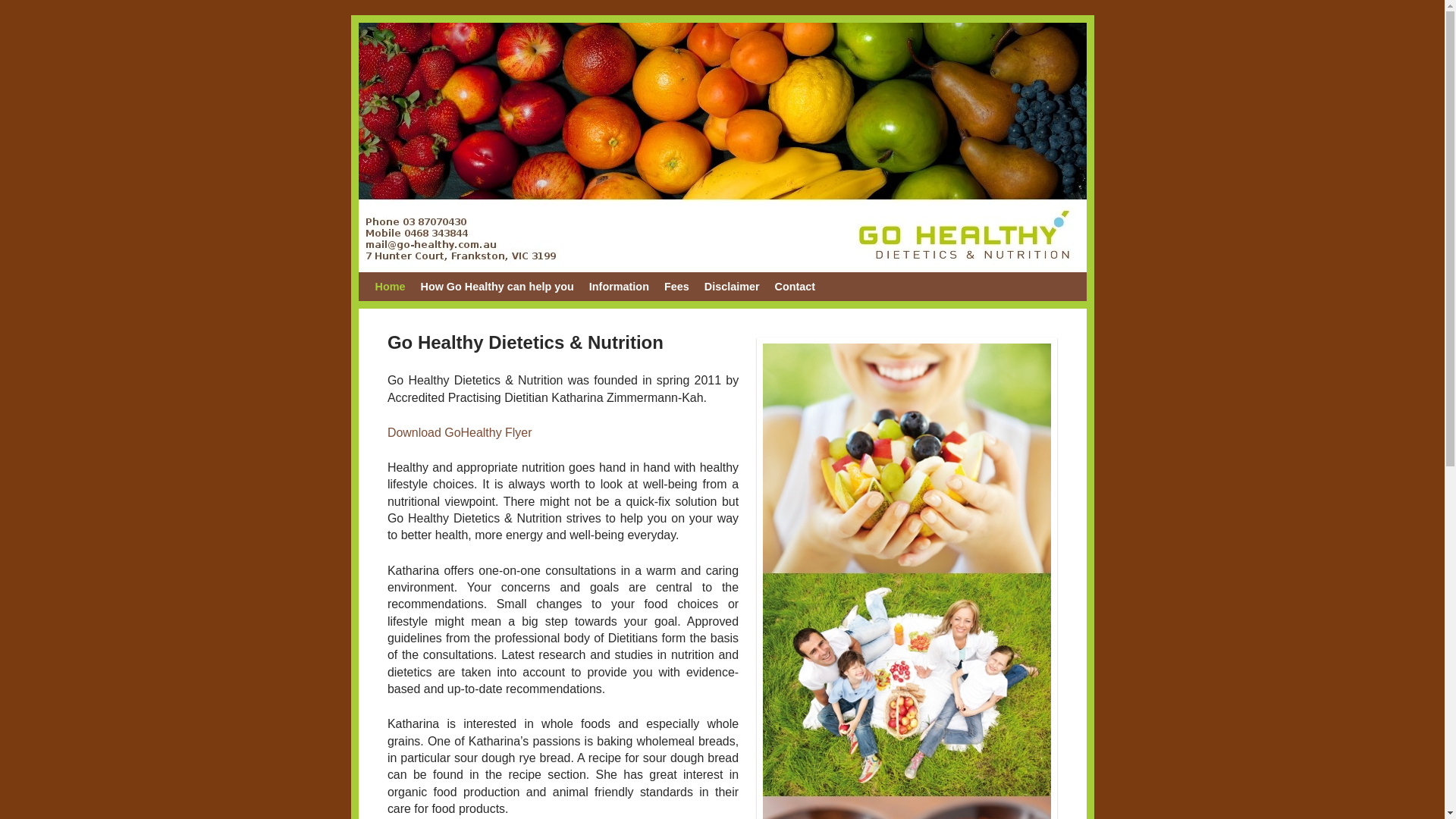 This screenshot has width=1456, height=819. Describe the element at coordinates (732, 287) in the screenshot. I see `'Disclaimer'` at that location.